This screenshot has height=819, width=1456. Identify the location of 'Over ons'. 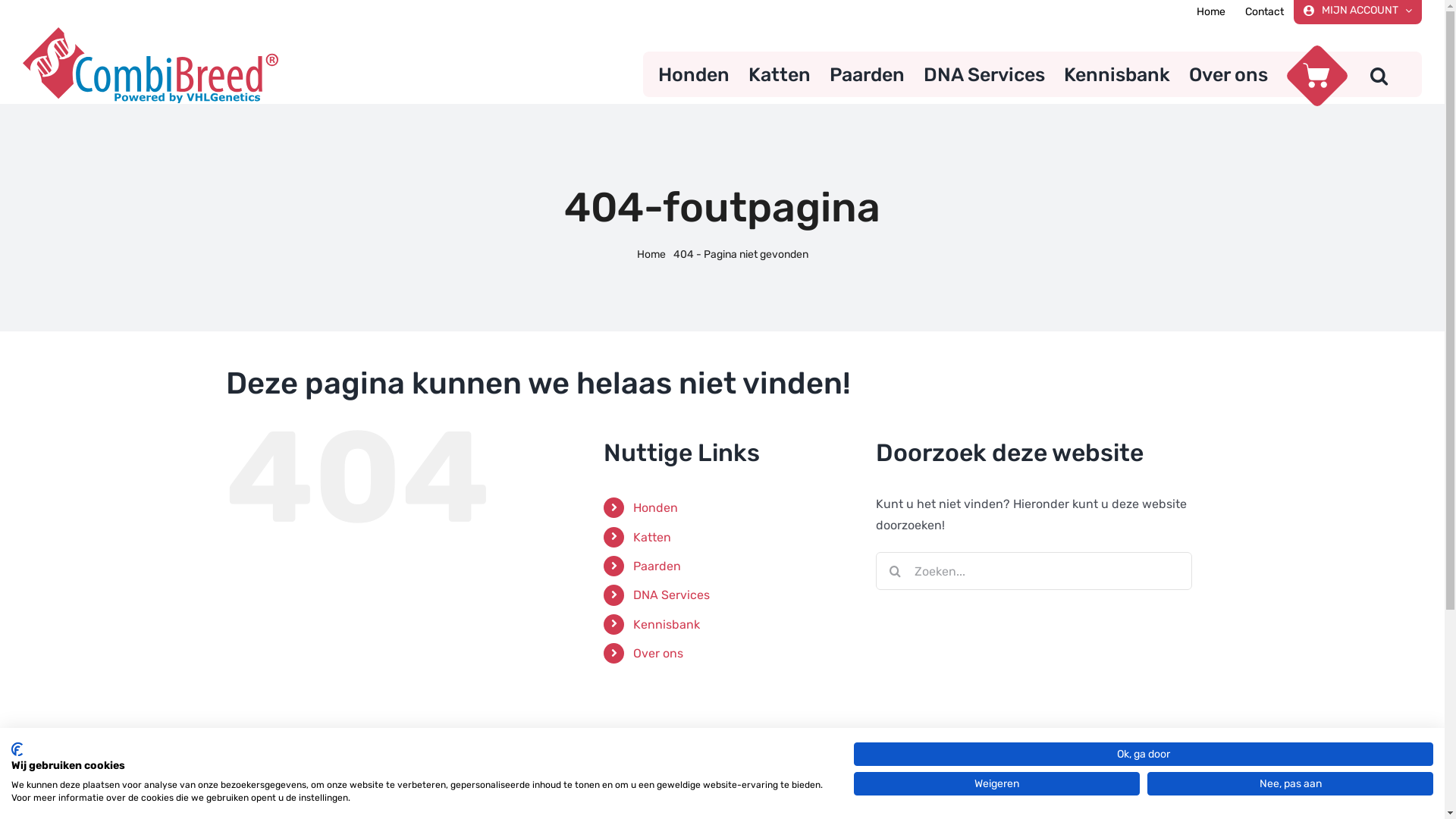
(1188, 74).